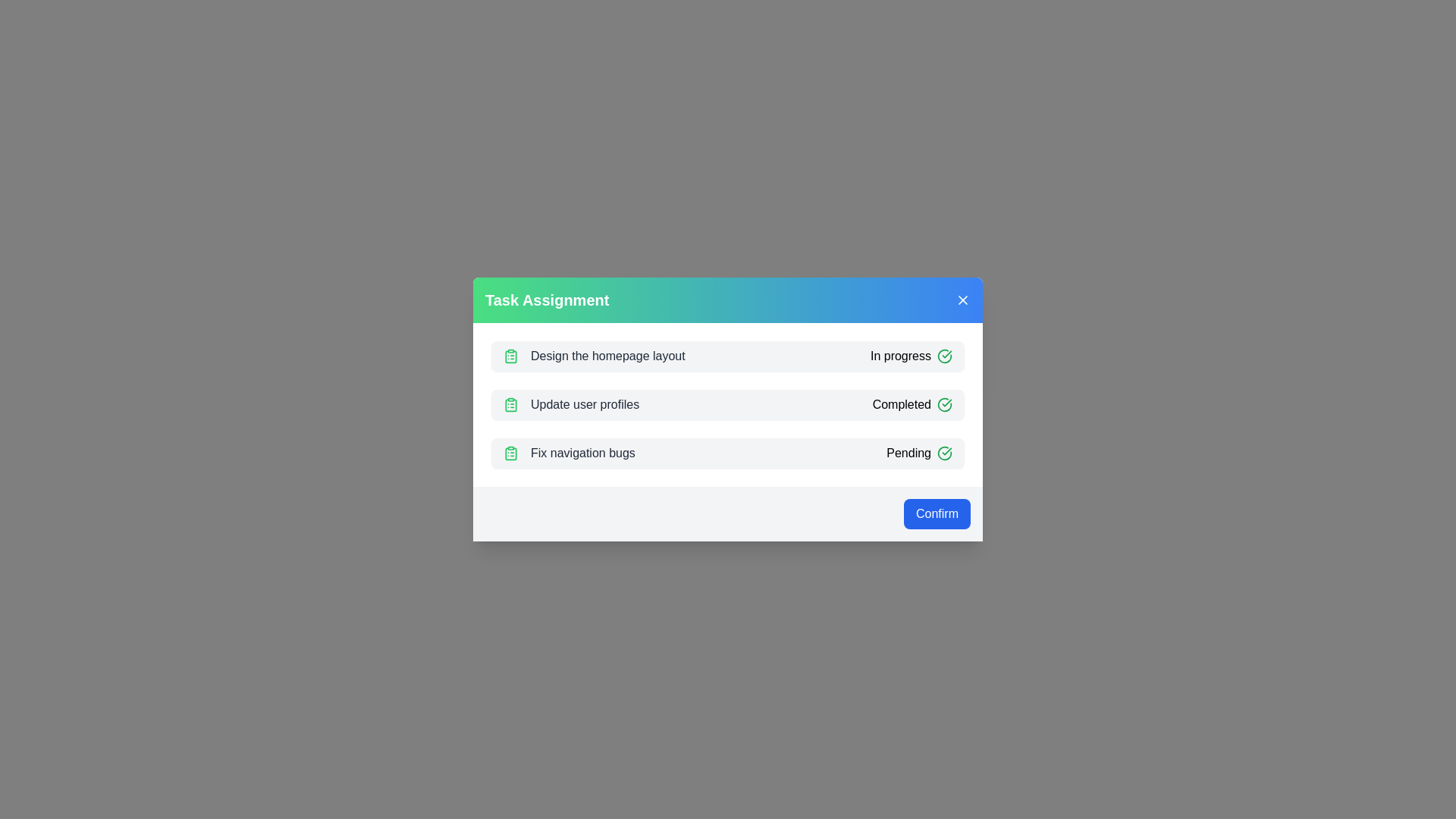  What do you see at coordinates (510, 356) in the screenshot?
I see `the green-styled clipboard icon next to the text 'Design the homepage layout'` at bounding box center [510, 356].